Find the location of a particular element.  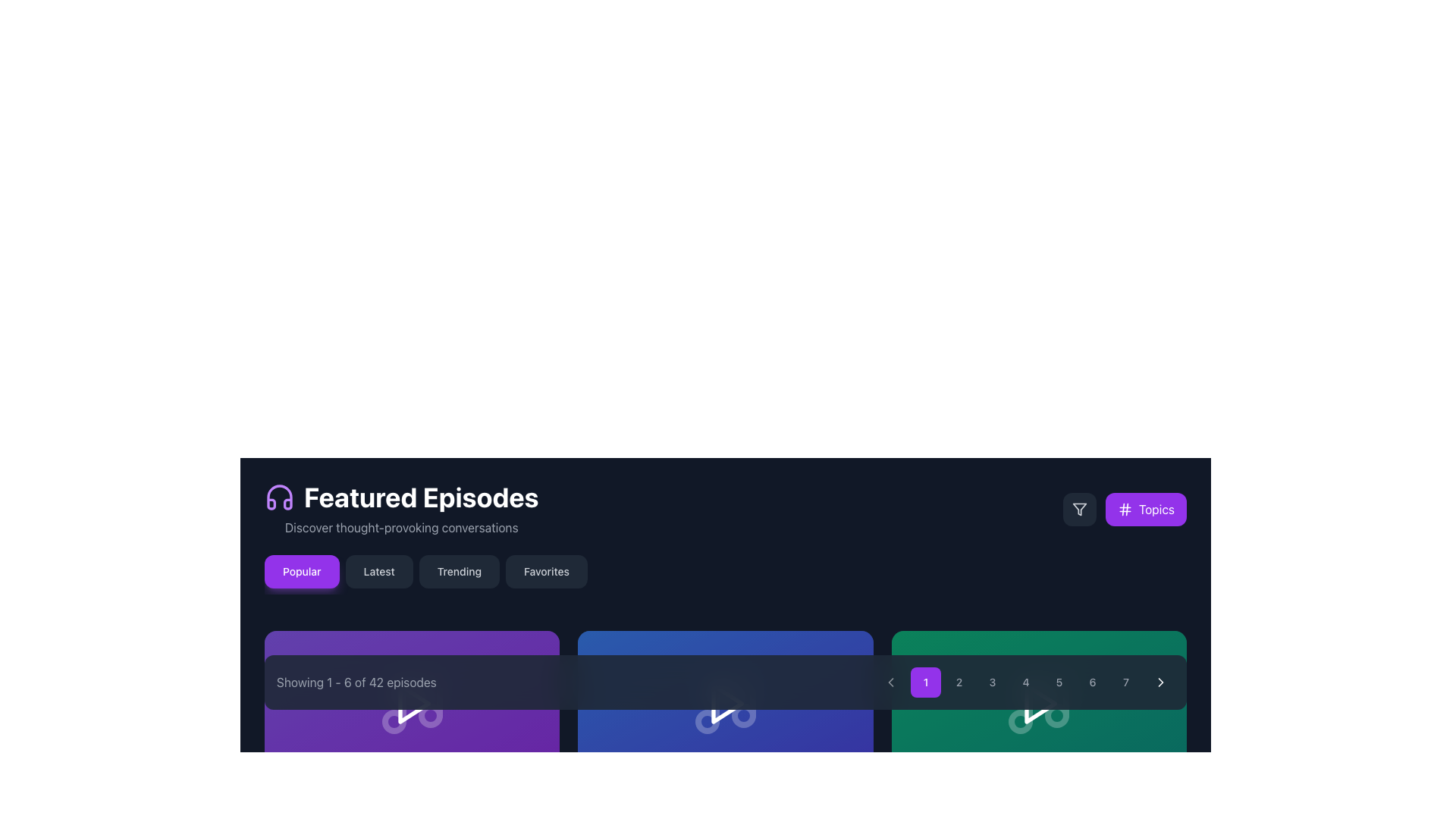

text label that reads 'Discover thought-provoking conversations', which is located below the 'Featured Episodes' heading and to the right of a headphone icon is located at coordinates (401, 526).